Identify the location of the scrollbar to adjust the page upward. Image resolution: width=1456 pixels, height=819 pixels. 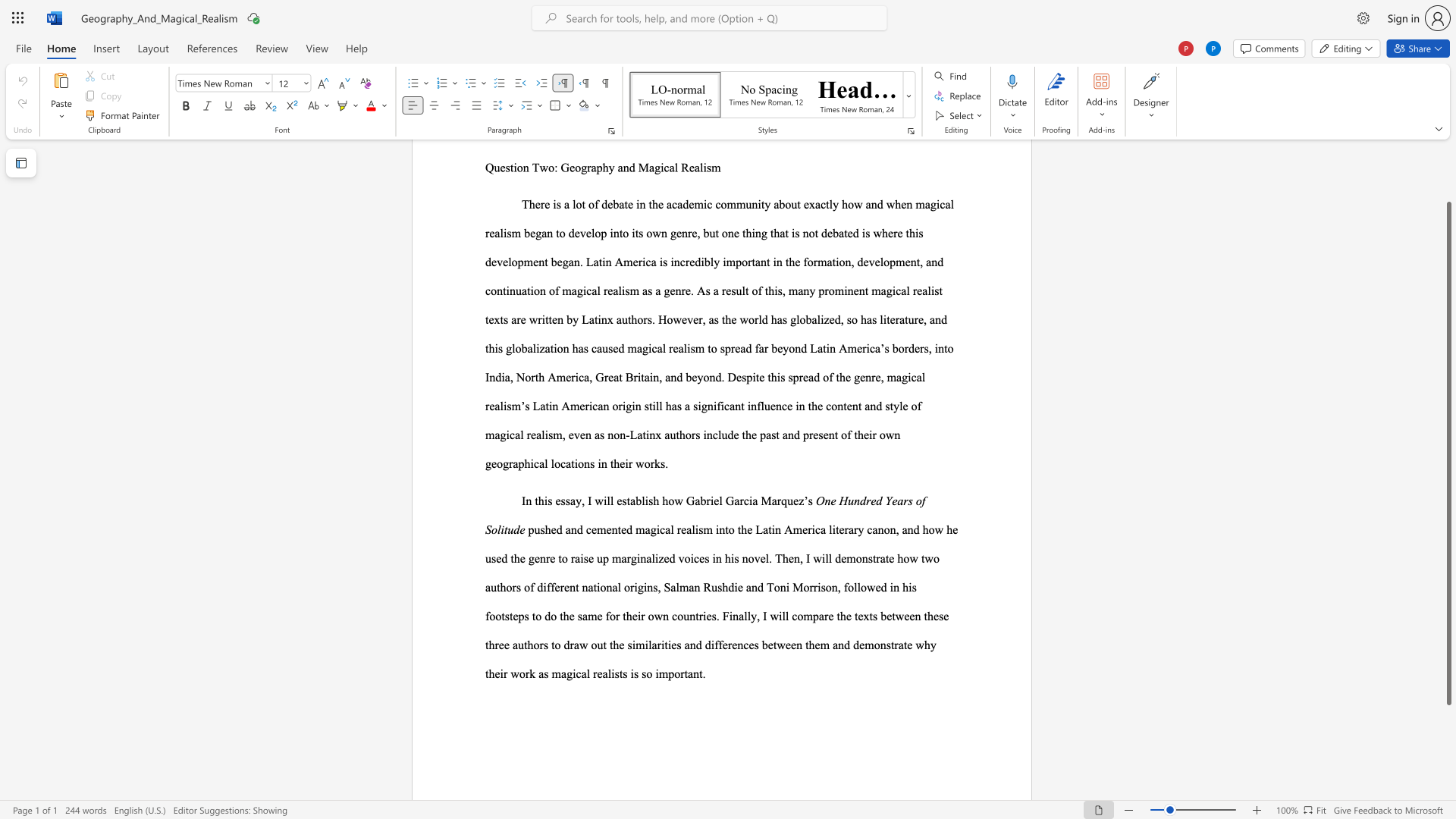
(1448, 158).